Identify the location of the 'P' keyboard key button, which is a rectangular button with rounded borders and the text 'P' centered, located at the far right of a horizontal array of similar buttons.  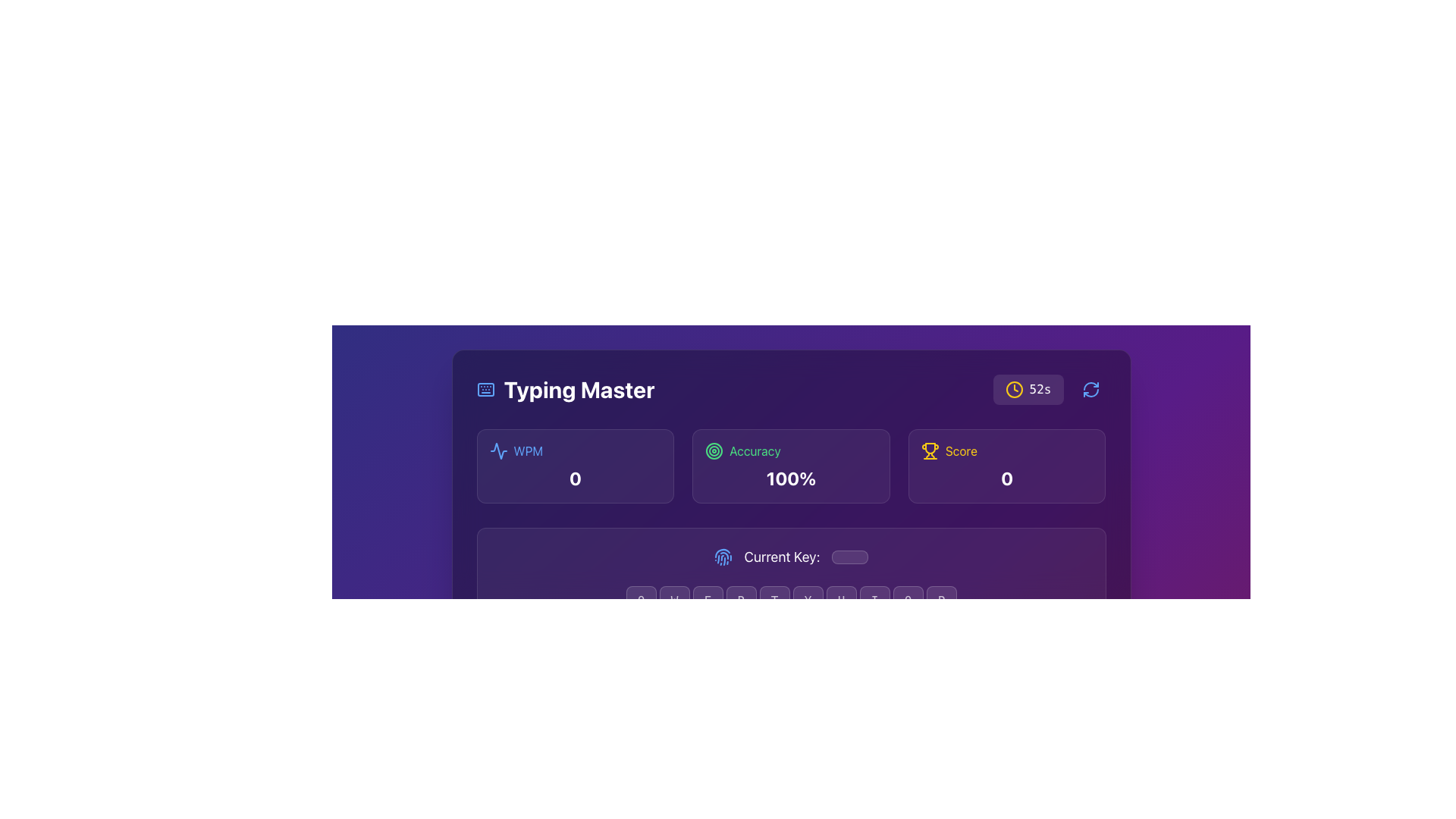
(940, 601).